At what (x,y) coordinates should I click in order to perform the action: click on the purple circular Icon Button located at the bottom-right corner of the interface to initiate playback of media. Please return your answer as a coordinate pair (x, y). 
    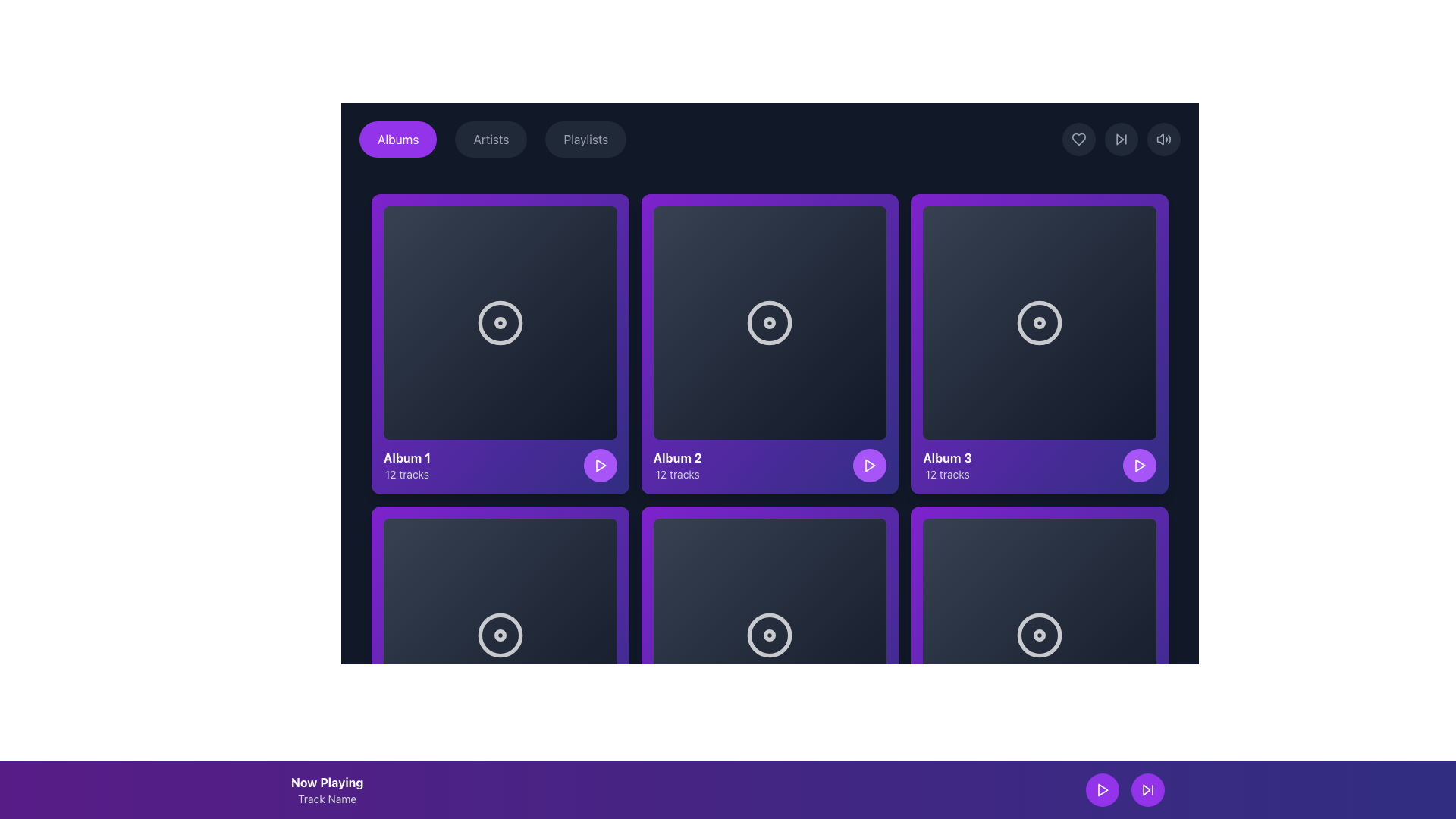
    Looking at the image, I should click on (1103, 789).